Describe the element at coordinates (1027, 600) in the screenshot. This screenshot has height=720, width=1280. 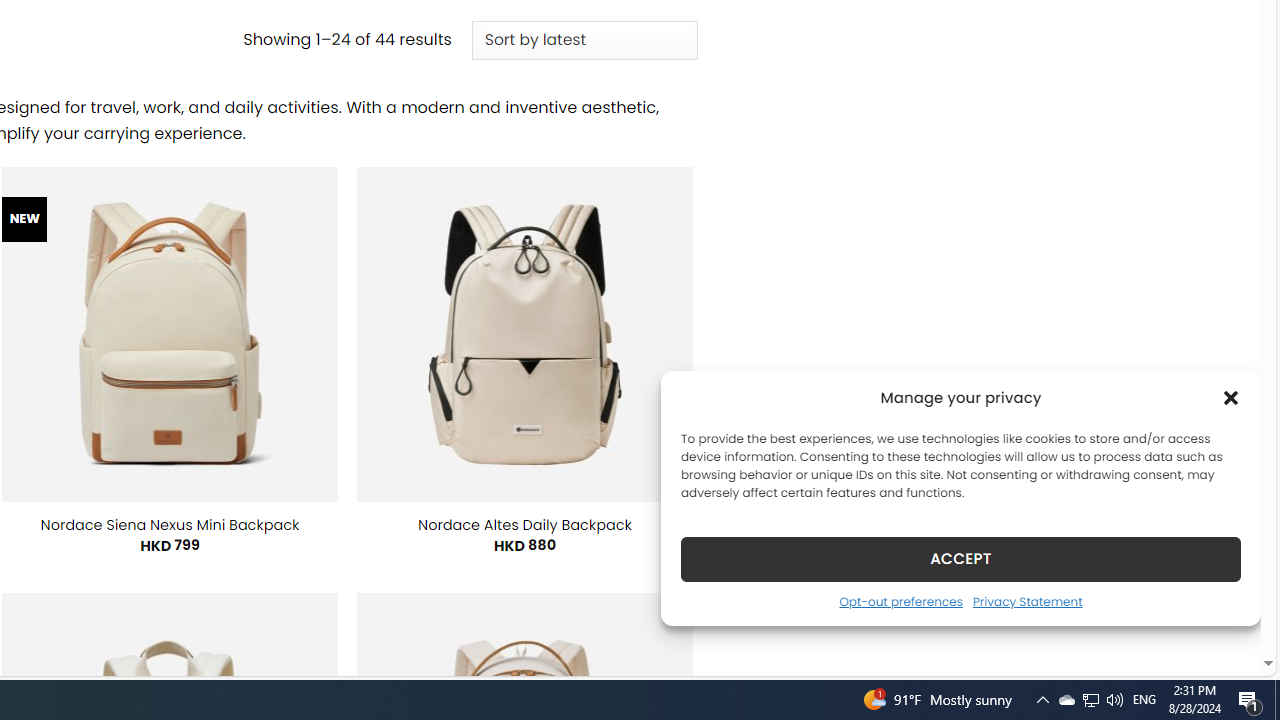
I see `'Privacy Statement'` at that location.